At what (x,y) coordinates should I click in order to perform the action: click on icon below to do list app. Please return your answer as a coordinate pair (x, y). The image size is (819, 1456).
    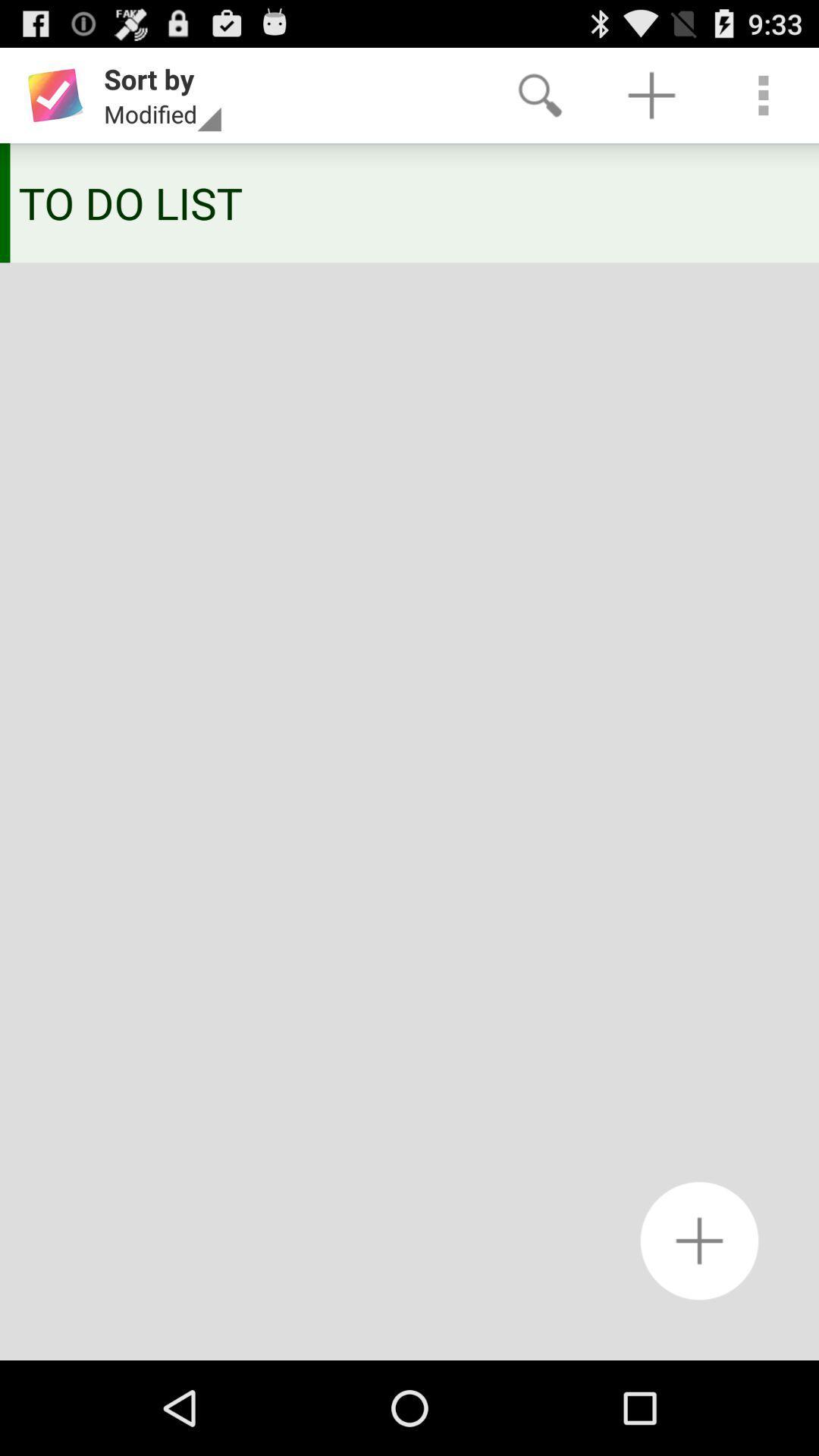
    Looking at the image, I should click on (699, 1241).